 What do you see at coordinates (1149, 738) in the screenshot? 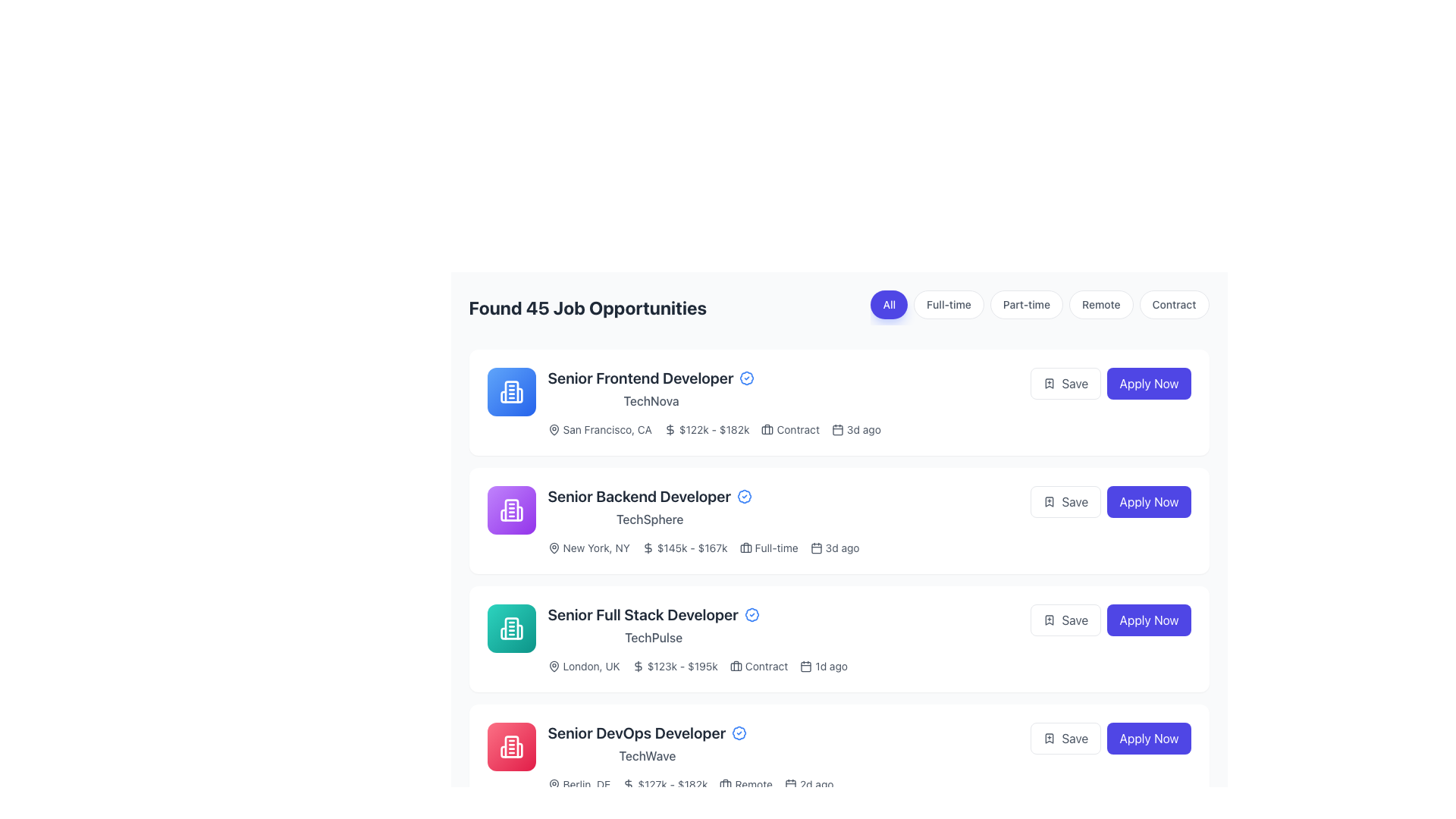
I see `the 'Apply Now' button, which is located at the bottom of the fourth job listing card and has an indigo background color that changes on hover` at bounding box center [1149, 738].